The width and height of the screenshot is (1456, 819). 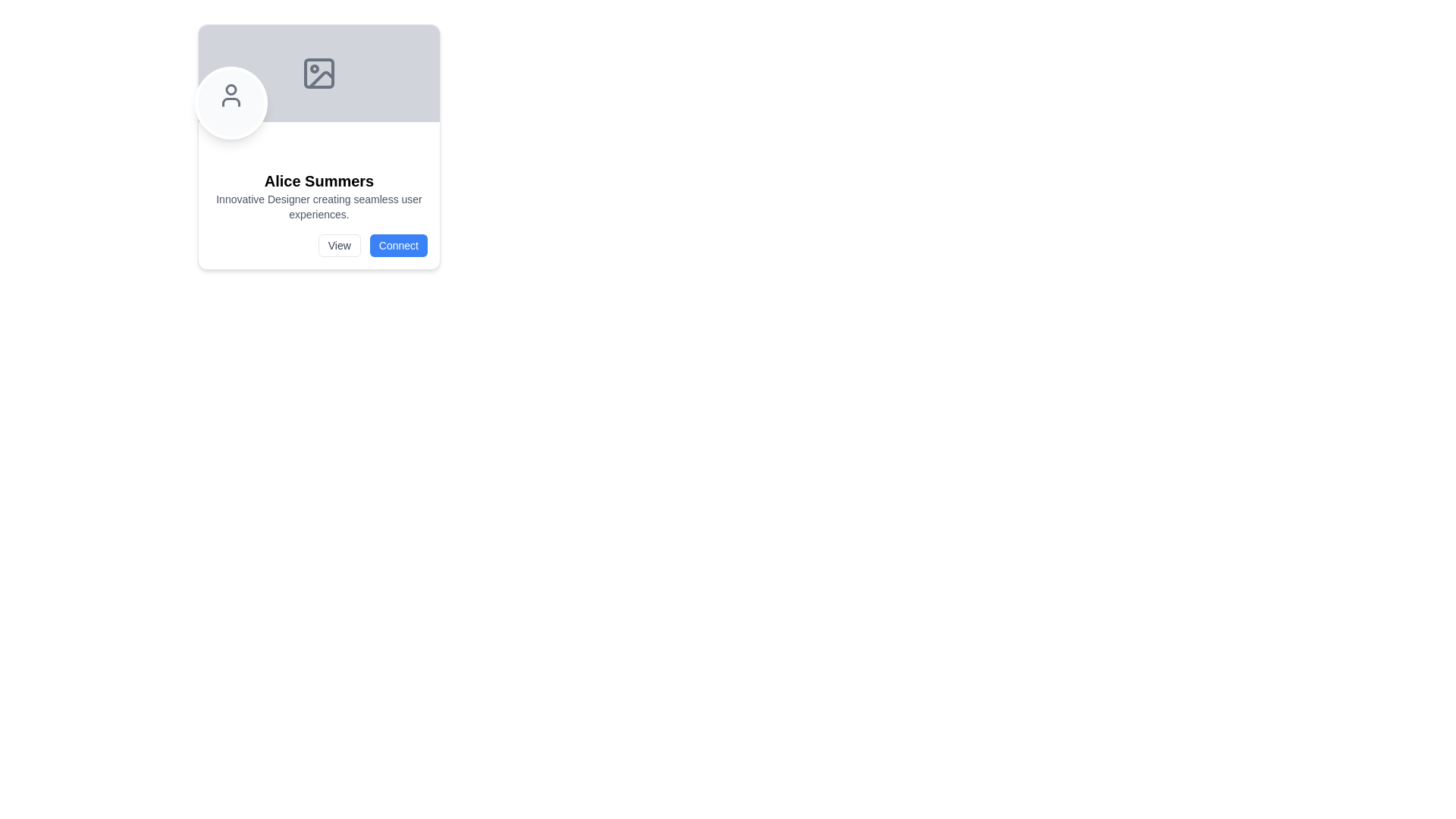 What do you see at coordinates (338, 245) in the screenshot?
I see `the 'View' button located to the left of the 'Connect' button in the bottom-right corner of the user card` at bounding box center [338, 245].